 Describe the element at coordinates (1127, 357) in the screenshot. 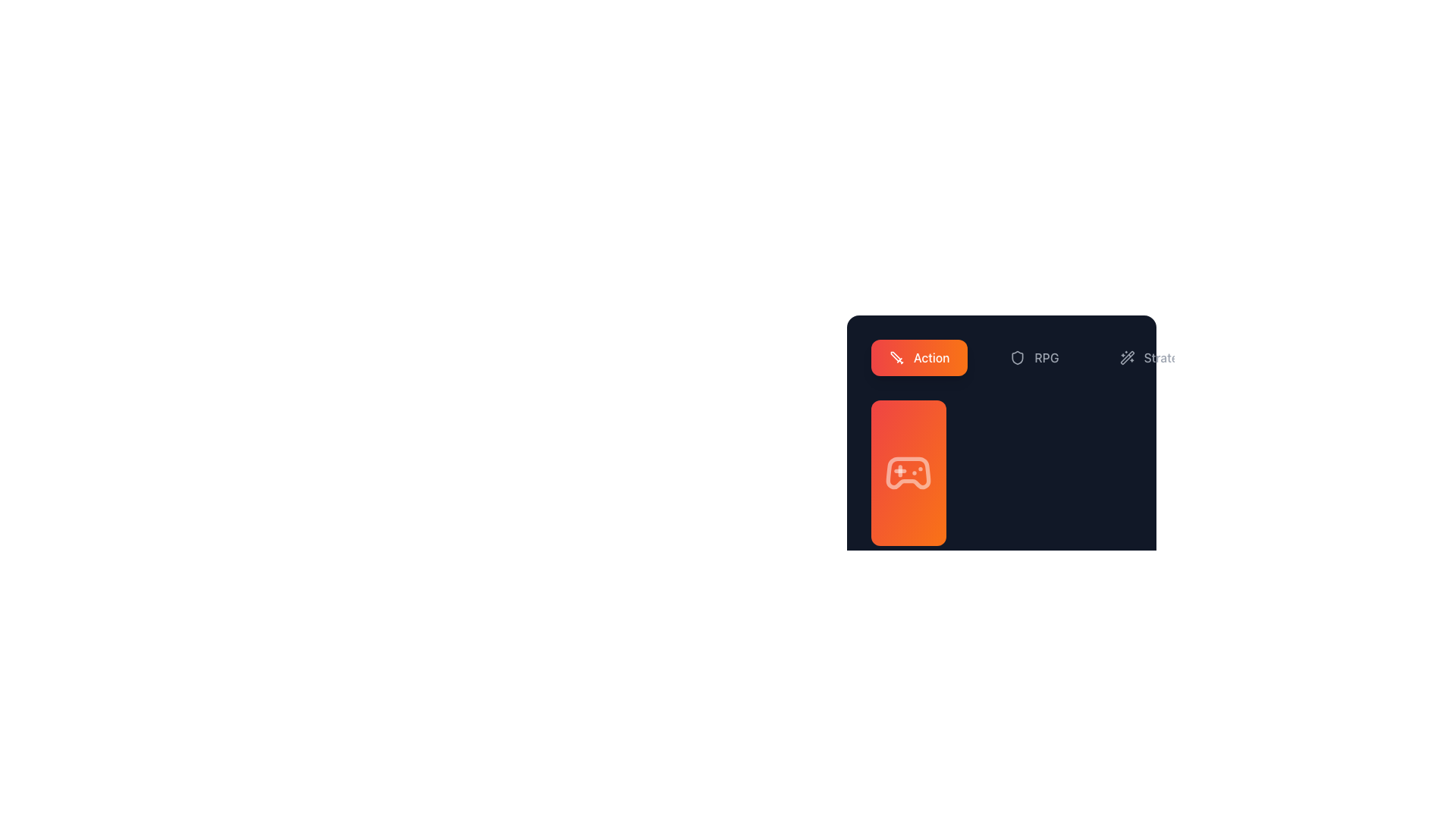

I see `the decorative wand icon located between the 'Action' button and the 'RPG' and 'Strategy' labels` at that location.